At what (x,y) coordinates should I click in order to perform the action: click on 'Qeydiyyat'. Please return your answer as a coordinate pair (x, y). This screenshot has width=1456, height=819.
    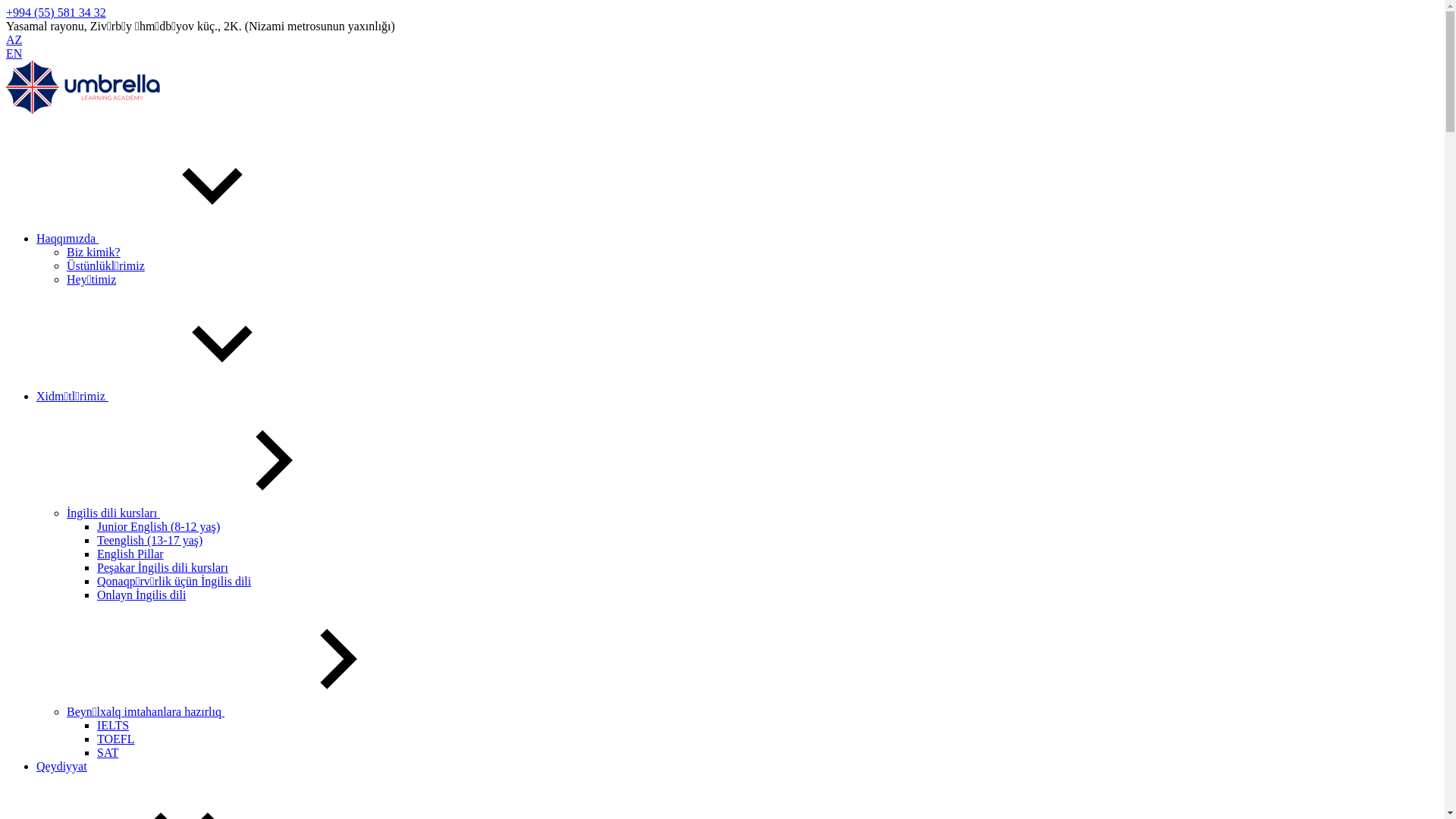
    Looking at the image, I should click on (61, 766).